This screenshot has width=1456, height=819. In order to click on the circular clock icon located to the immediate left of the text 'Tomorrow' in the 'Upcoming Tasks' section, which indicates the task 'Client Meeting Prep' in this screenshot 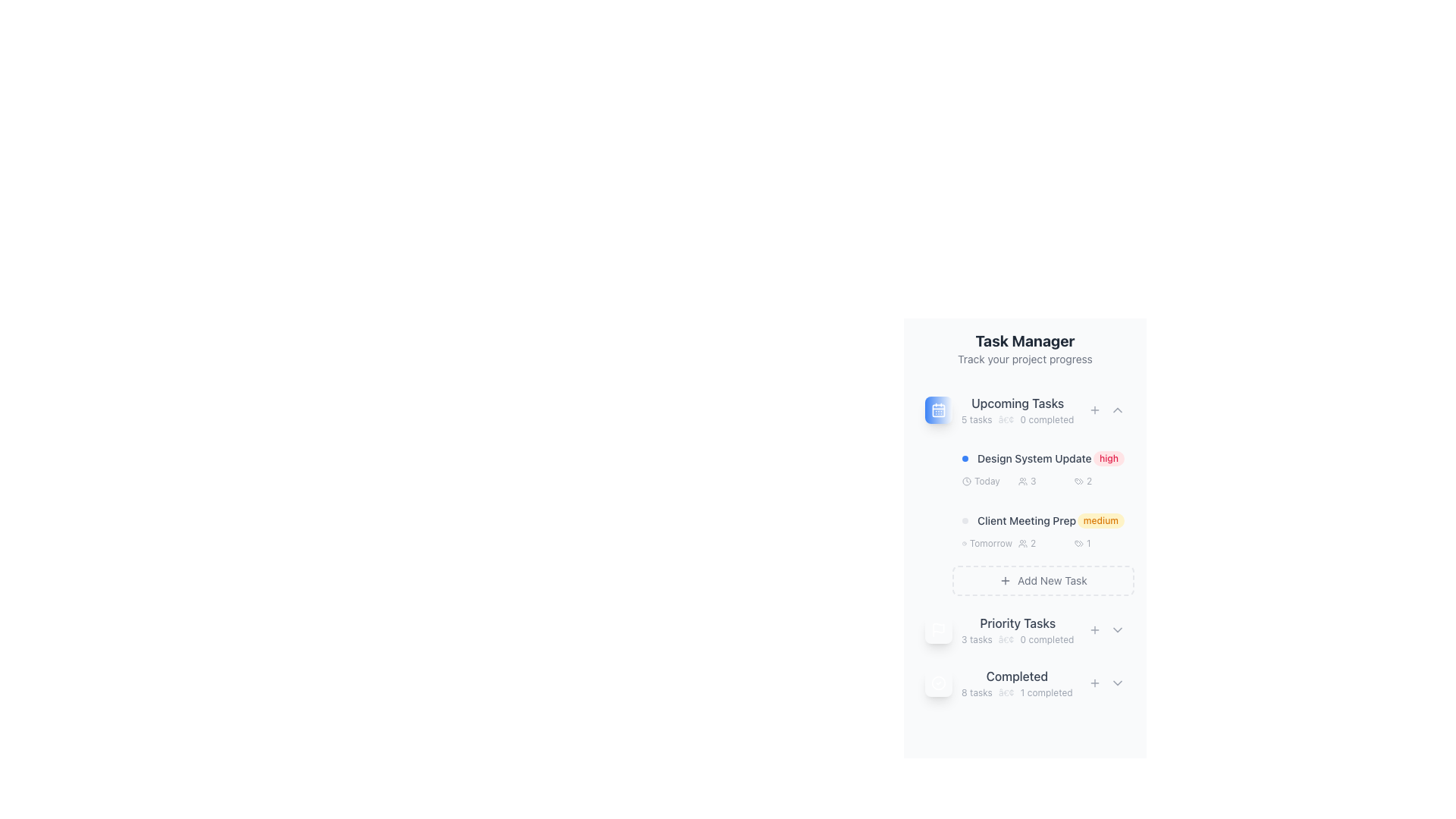, I will do `click(963, 543)`.